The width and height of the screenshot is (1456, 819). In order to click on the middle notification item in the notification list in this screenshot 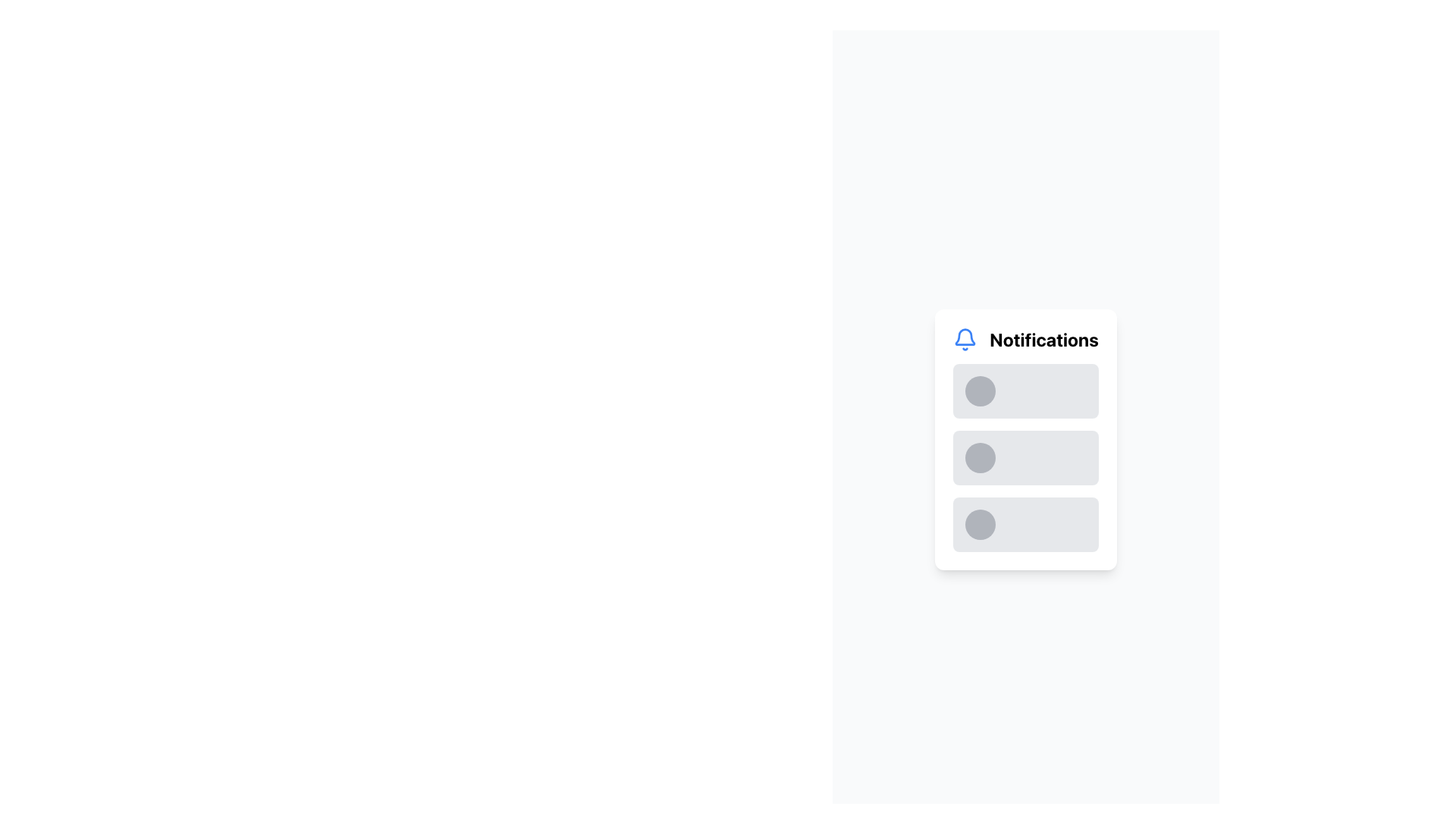, I will do `click(1026, 439)`.